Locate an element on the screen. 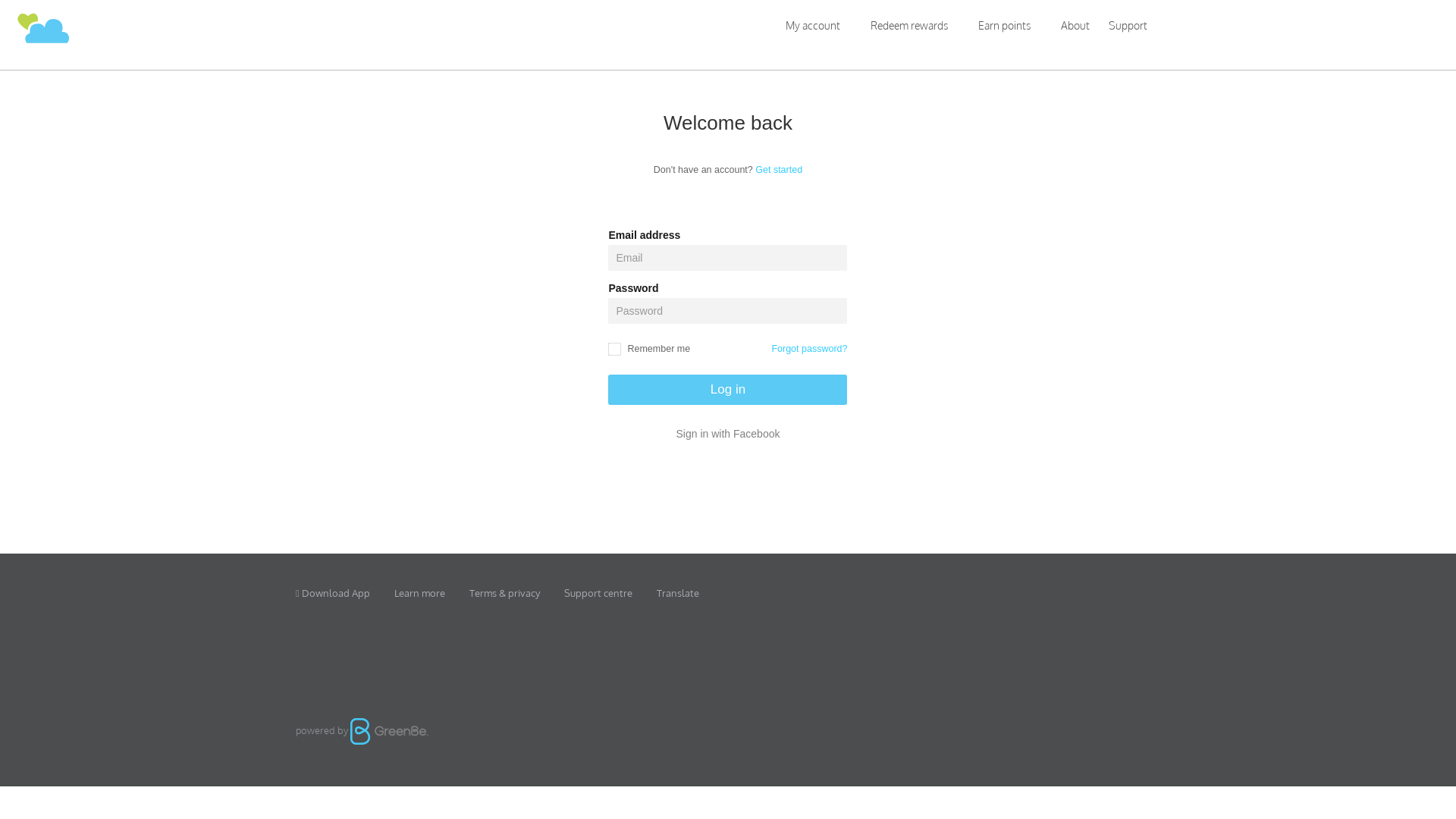 This screenshot has height=819, width=1456. 'Learn more' is located at coordinates (419, 592).